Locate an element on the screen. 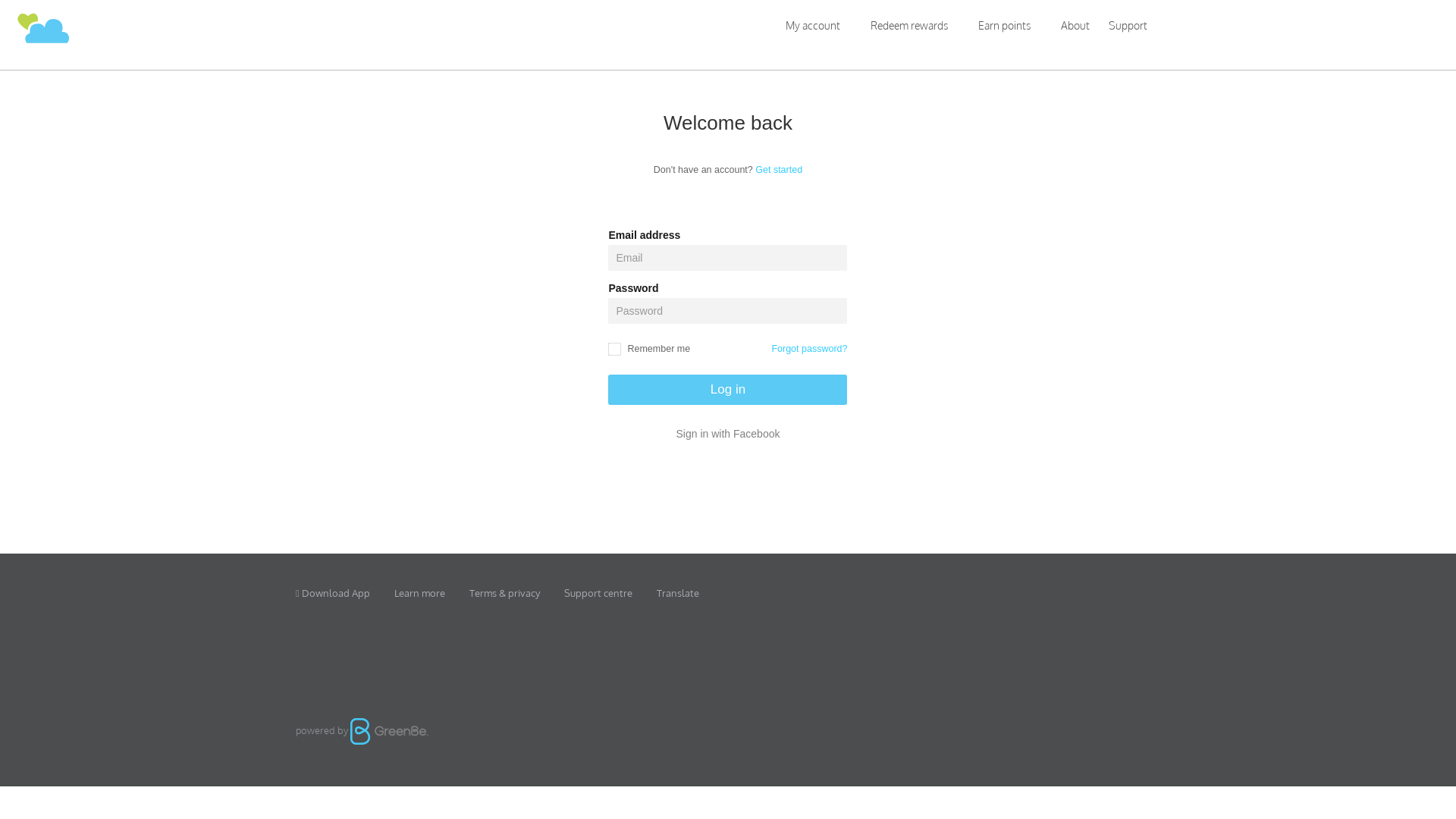 This screenshot has height=819, width=1456. 'Learn more' is located at coordinates (419, 592).